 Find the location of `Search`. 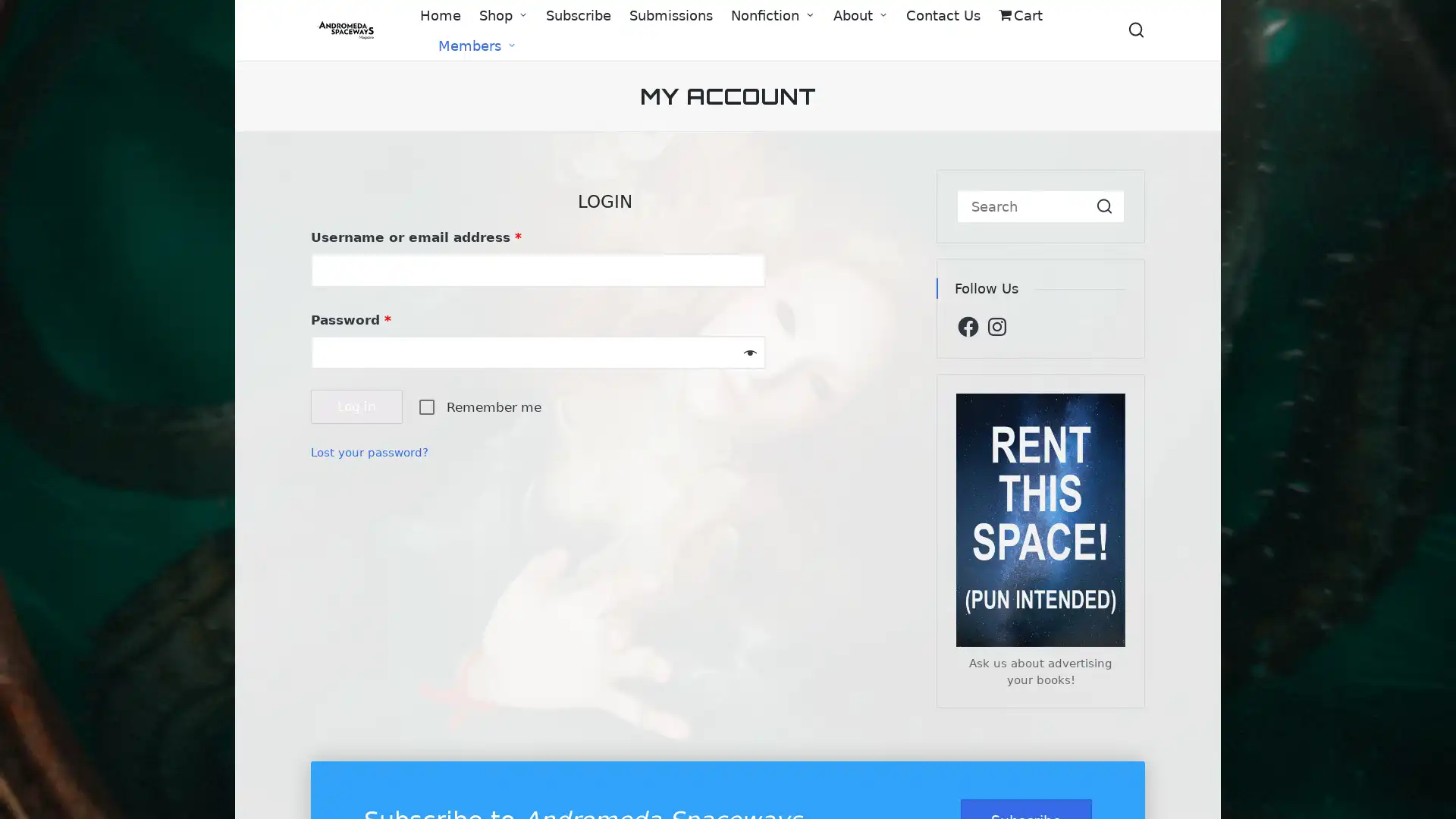

Search is located at coordinates (1104, 206).